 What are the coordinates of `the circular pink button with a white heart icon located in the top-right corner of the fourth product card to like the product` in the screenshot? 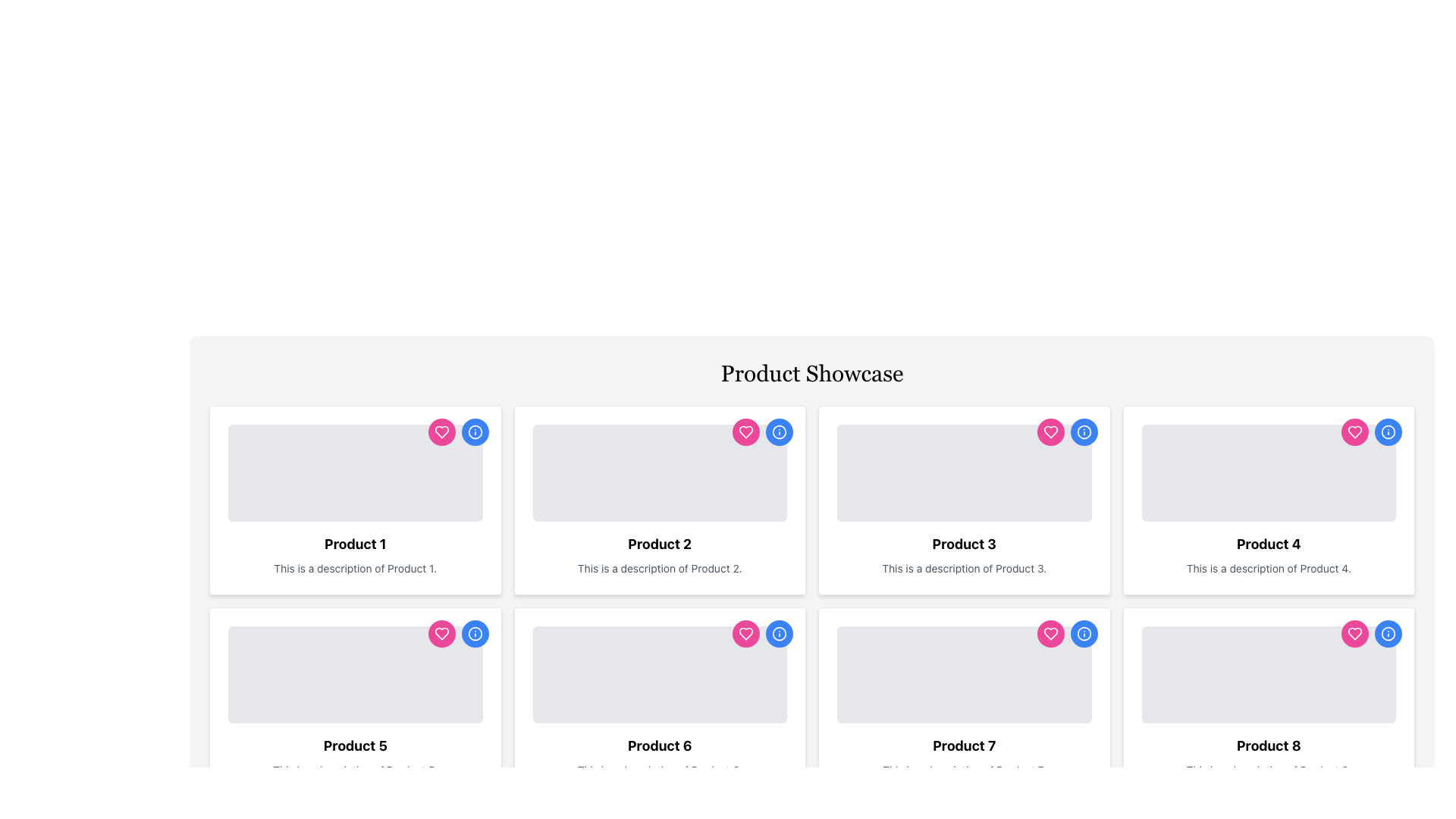 It's located at (1354, 432).